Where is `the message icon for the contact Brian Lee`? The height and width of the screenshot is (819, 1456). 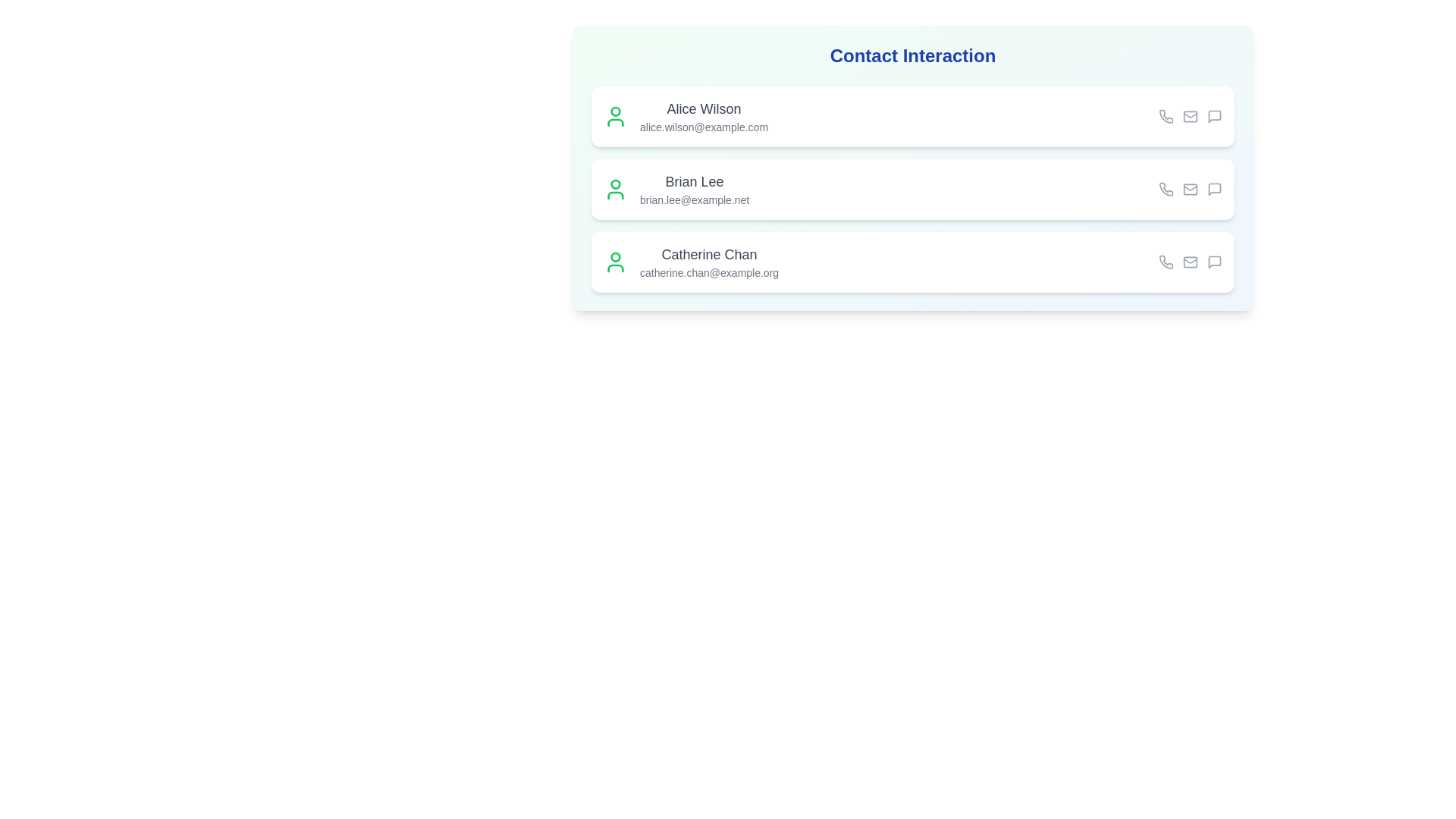
the message icon for the contact Brian Lee is located at coordinates (1215, 189).